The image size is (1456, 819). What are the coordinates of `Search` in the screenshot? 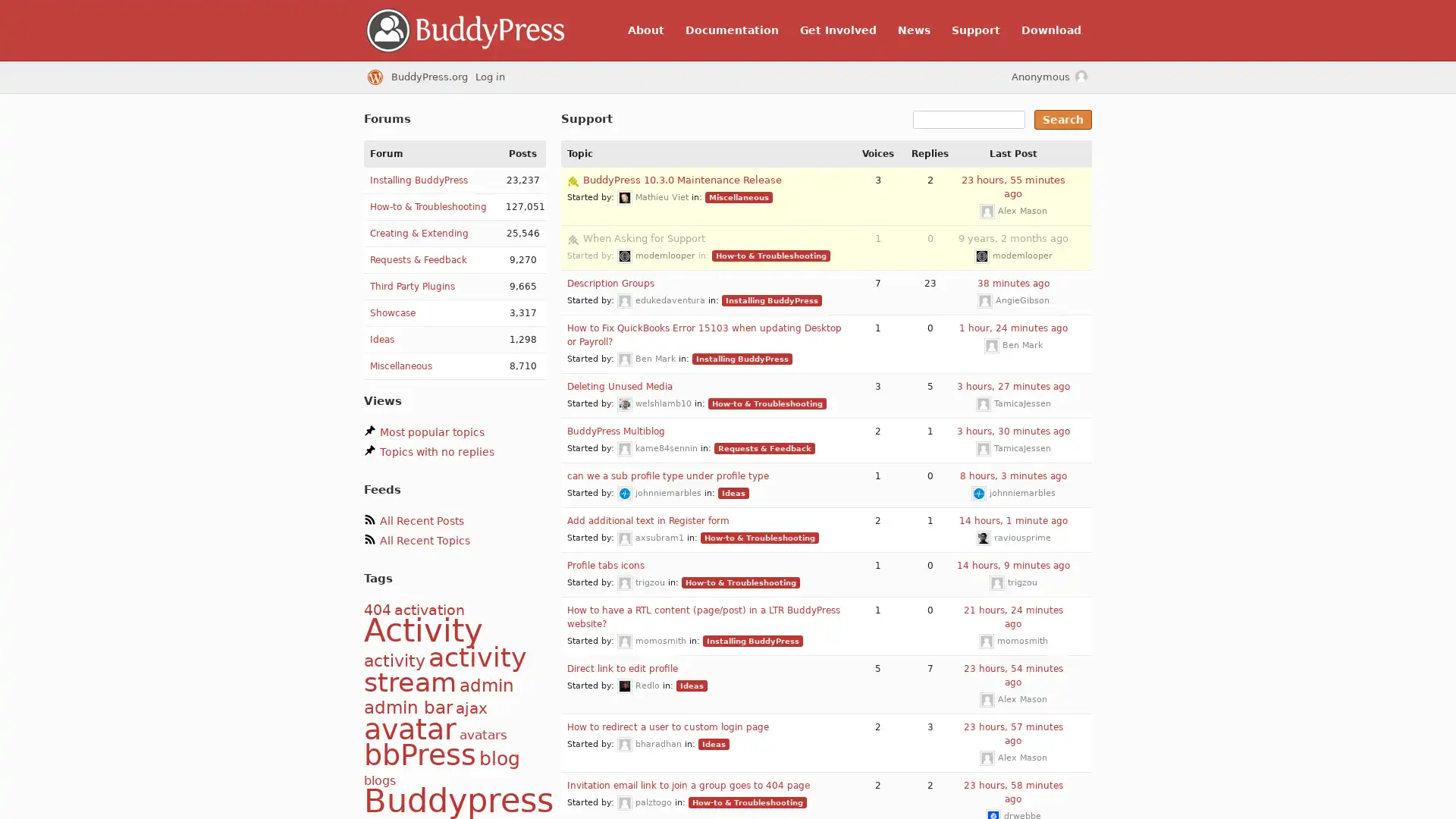 It's located at (1062, 119).